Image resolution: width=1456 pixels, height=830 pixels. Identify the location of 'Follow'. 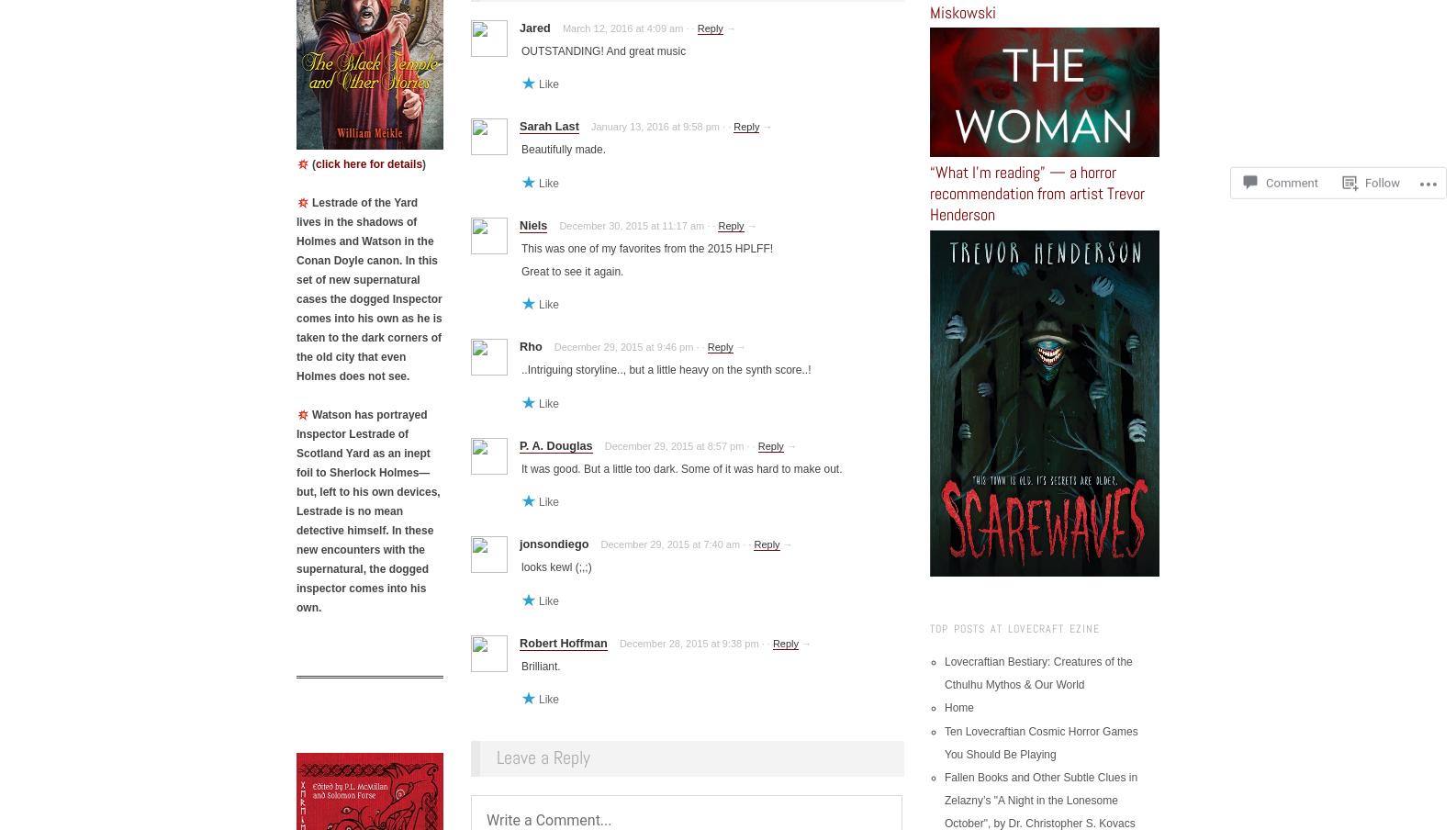
(1365, 150).